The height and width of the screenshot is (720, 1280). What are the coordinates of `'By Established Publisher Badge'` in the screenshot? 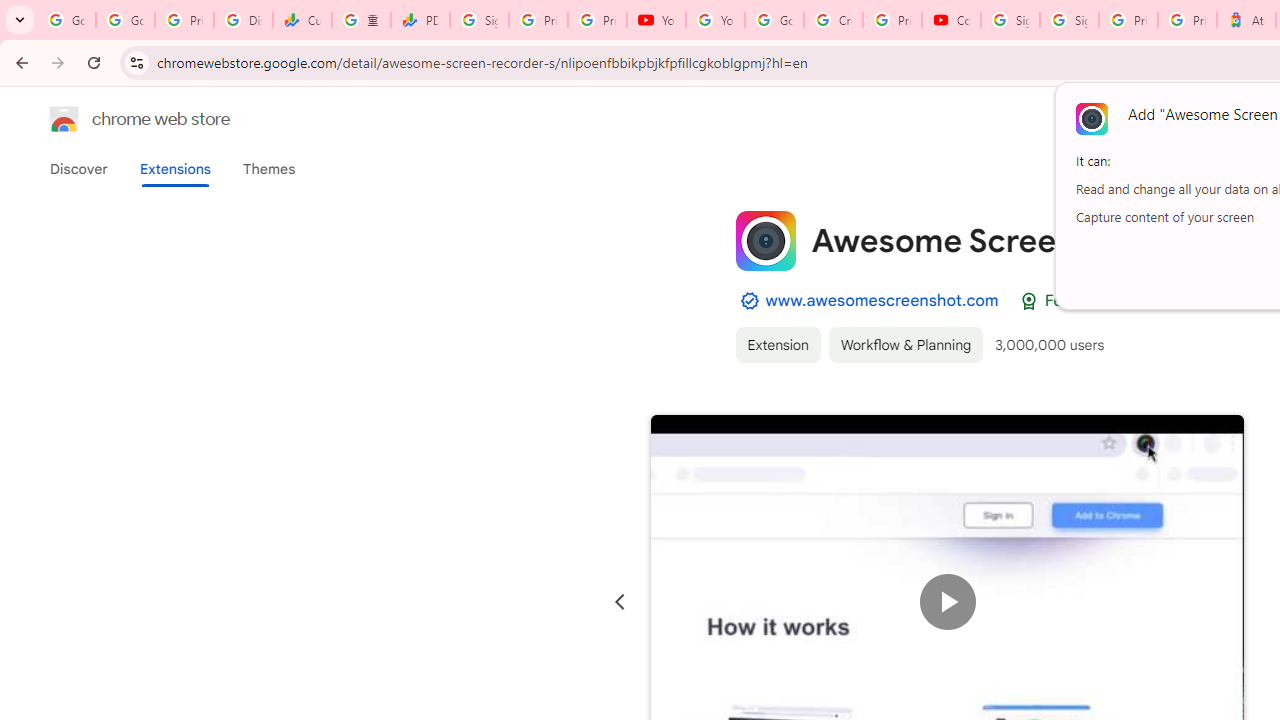 It's located at (748, 301).